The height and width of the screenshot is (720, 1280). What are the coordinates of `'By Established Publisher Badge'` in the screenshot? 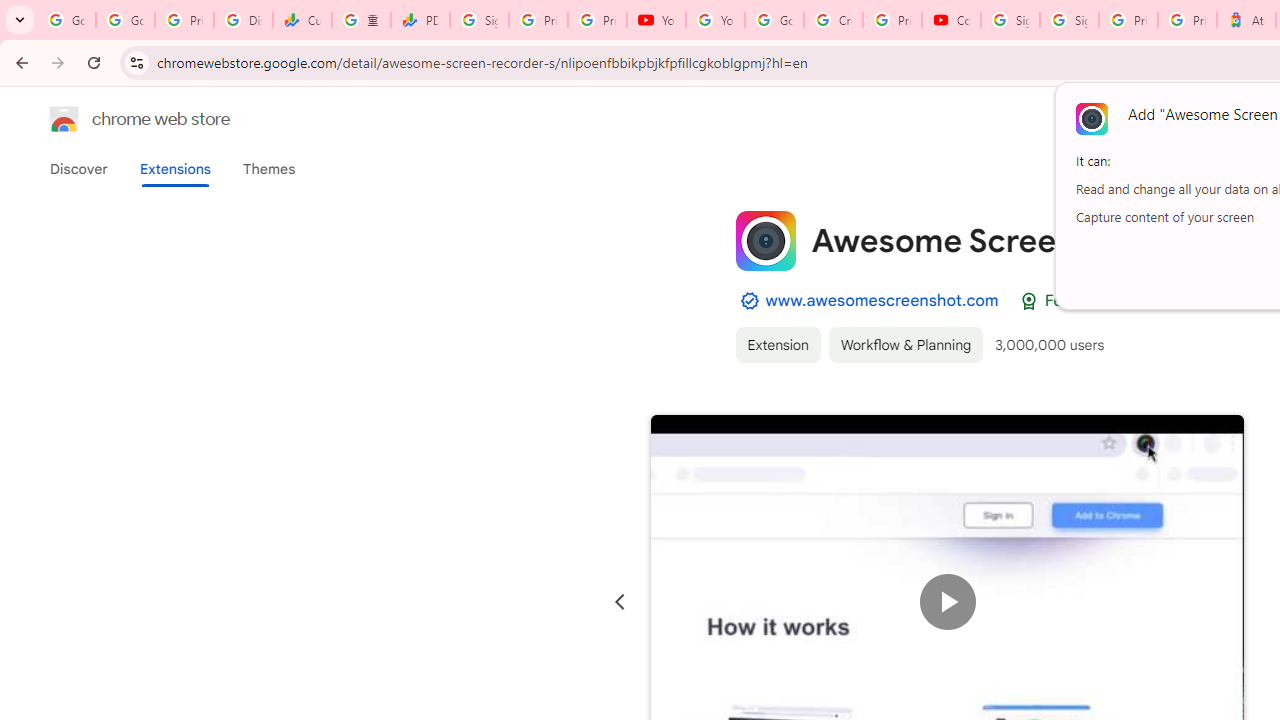 It's located at (748, 301).